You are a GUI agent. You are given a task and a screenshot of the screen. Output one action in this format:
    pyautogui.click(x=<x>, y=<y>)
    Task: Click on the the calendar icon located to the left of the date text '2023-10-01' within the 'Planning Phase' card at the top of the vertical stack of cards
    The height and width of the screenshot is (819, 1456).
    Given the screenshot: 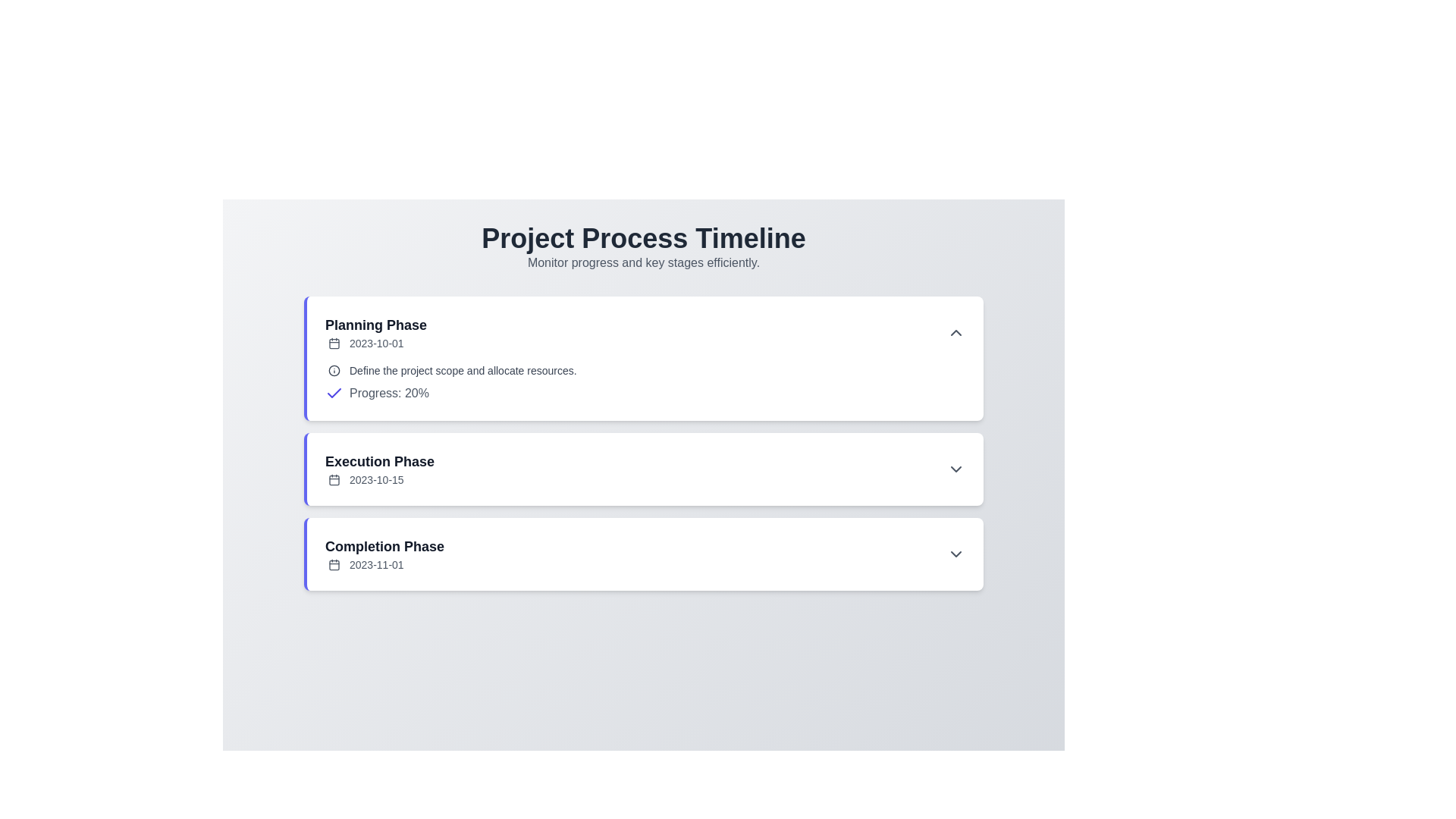 What is the action you would take?
    pyautogui.click(x=334, y=343)
    